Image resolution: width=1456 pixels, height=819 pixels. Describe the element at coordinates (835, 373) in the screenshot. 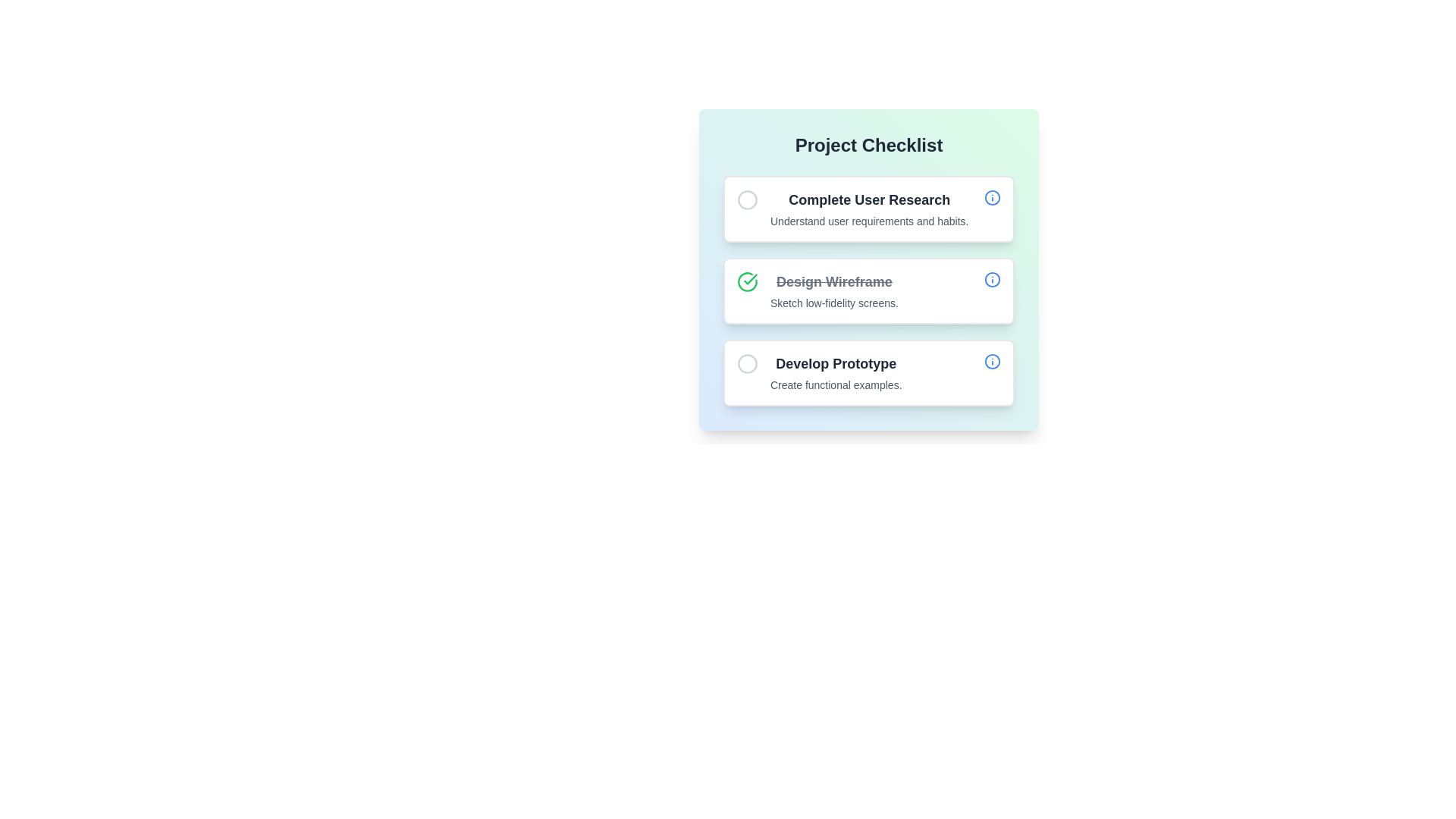

I see `the text block element displaying task details, which includes the lines 'Develop Prototype' and 'Create functional examples', positioned as the third item in a checklist interface` at that location.